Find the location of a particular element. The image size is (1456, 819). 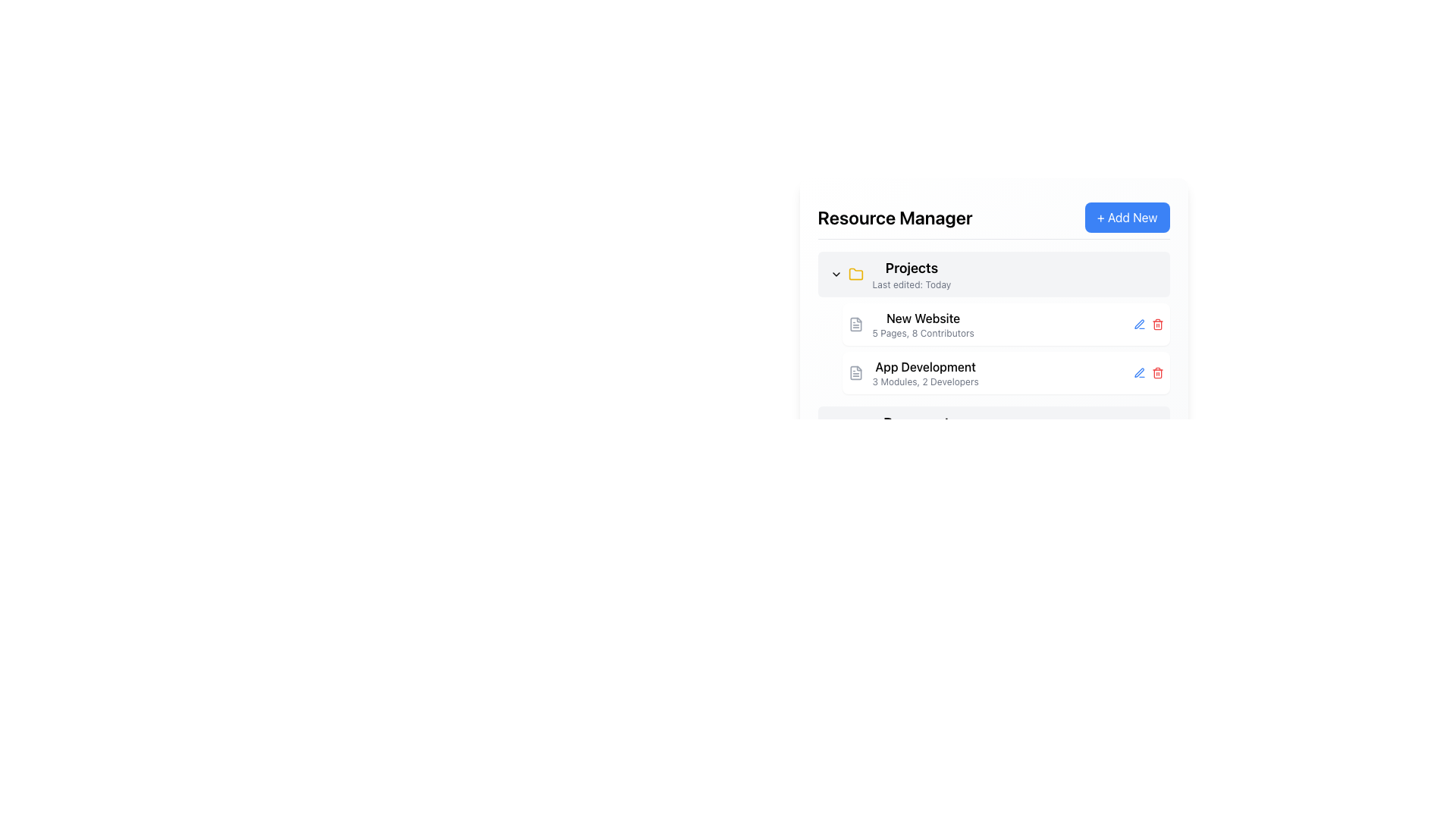

the folder icon located to the left of the 'Projects' label in the 'Resource Manager' section is located at coordinates (855, 274).